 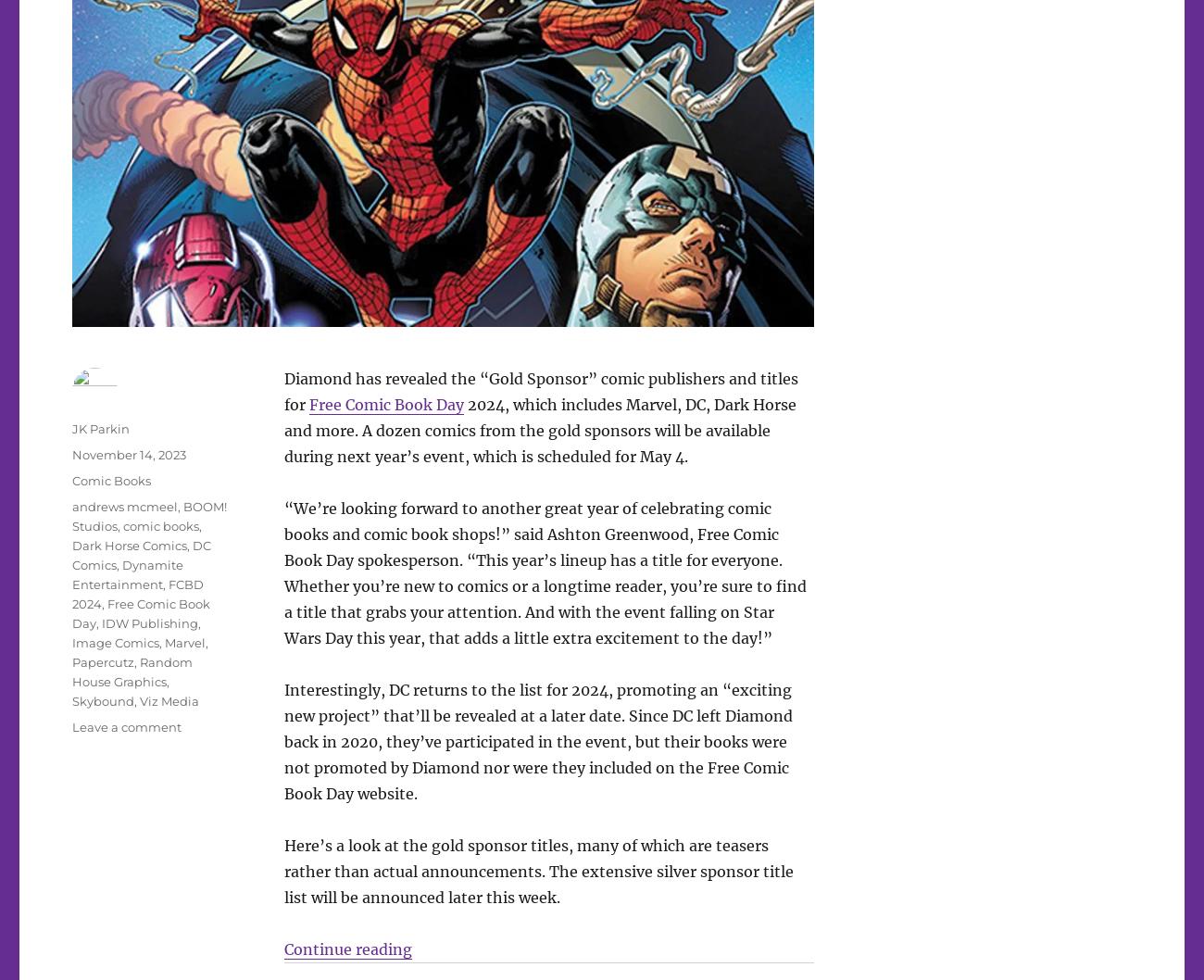 I want to click on 'Continue reading', so click(x=283, y=948).